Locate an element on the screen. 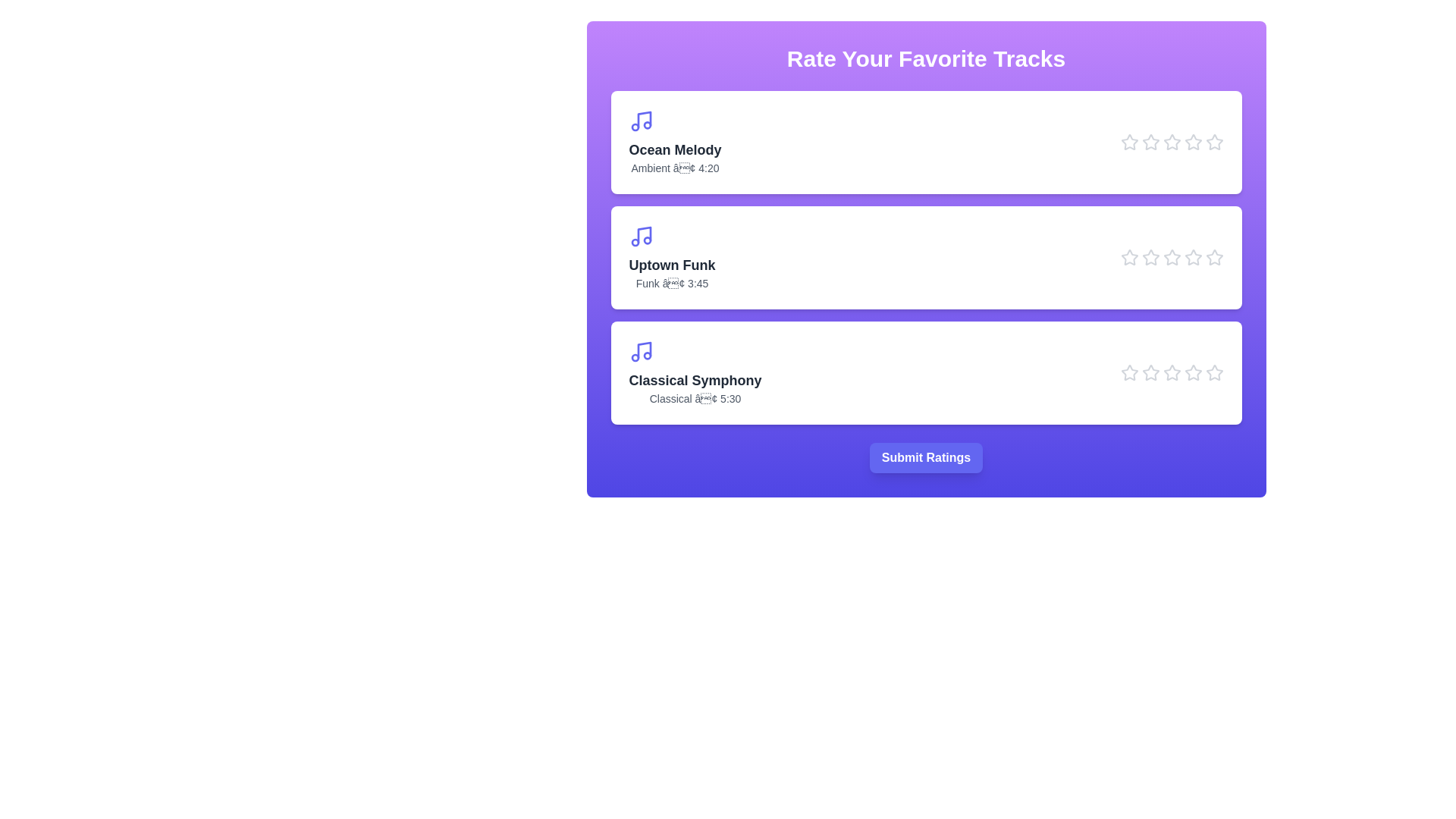 The image size is (1456, 819). the star icon corresponding to Classical Symphony at 3 stars to preview the rating is located at coordinates (1171, 373).